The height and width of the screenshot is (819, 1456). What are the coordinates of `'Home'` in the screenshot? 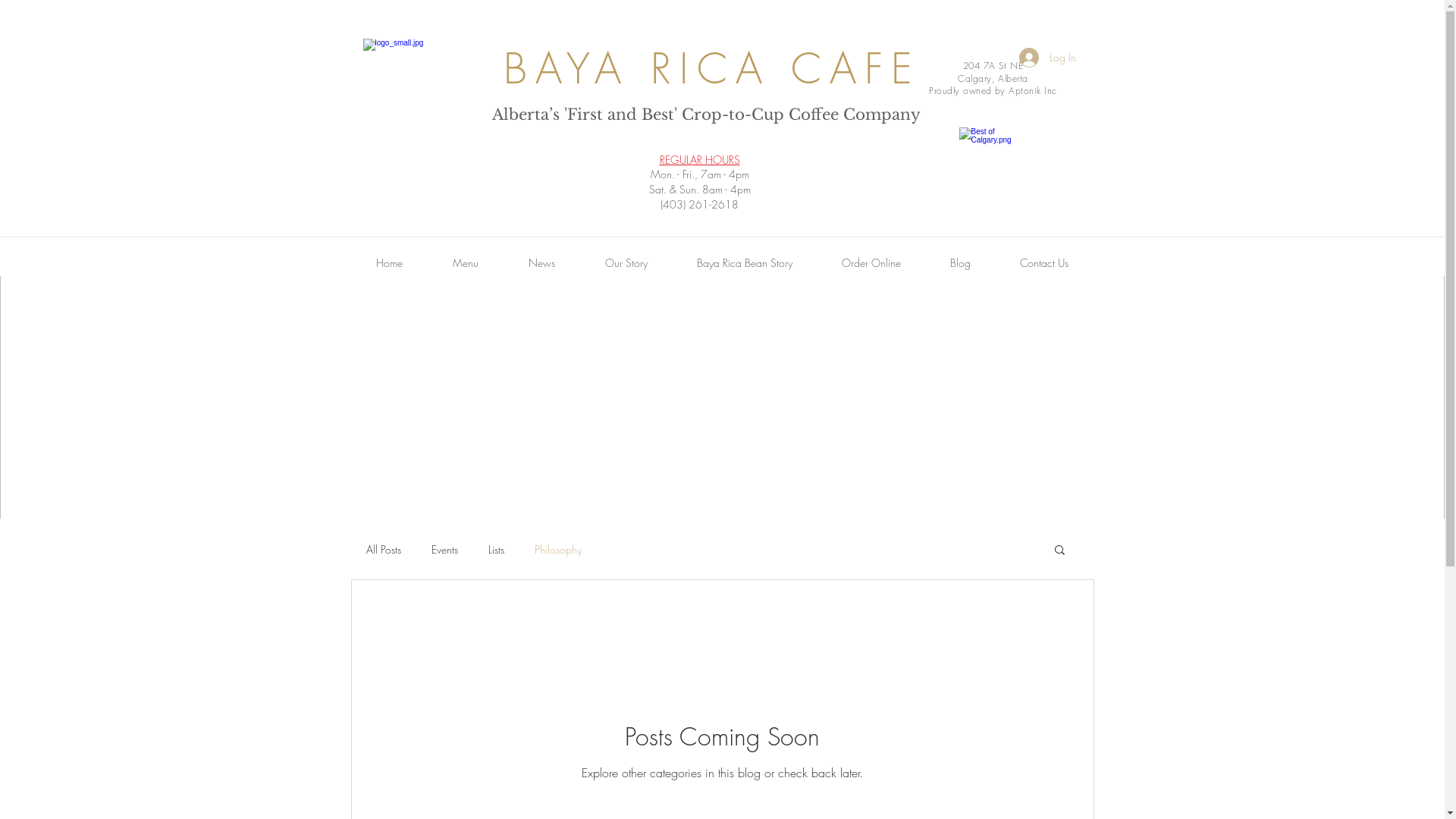 It's located at (388, 262).